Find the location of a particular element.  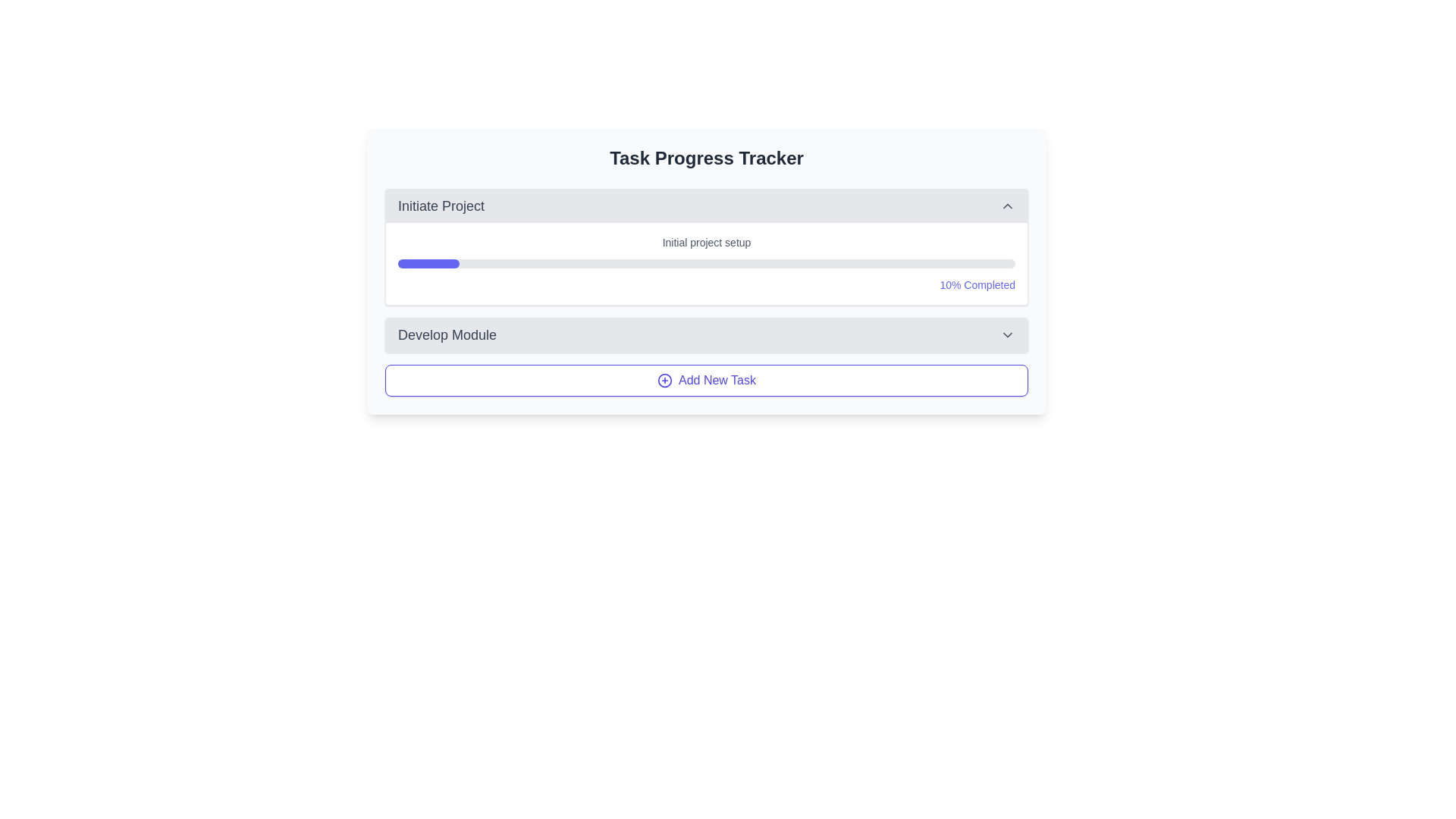

the upward-pointing chevron icon located on the far-right side of the 'Initiate Project' header bar is located at coordinates (1008, 206).